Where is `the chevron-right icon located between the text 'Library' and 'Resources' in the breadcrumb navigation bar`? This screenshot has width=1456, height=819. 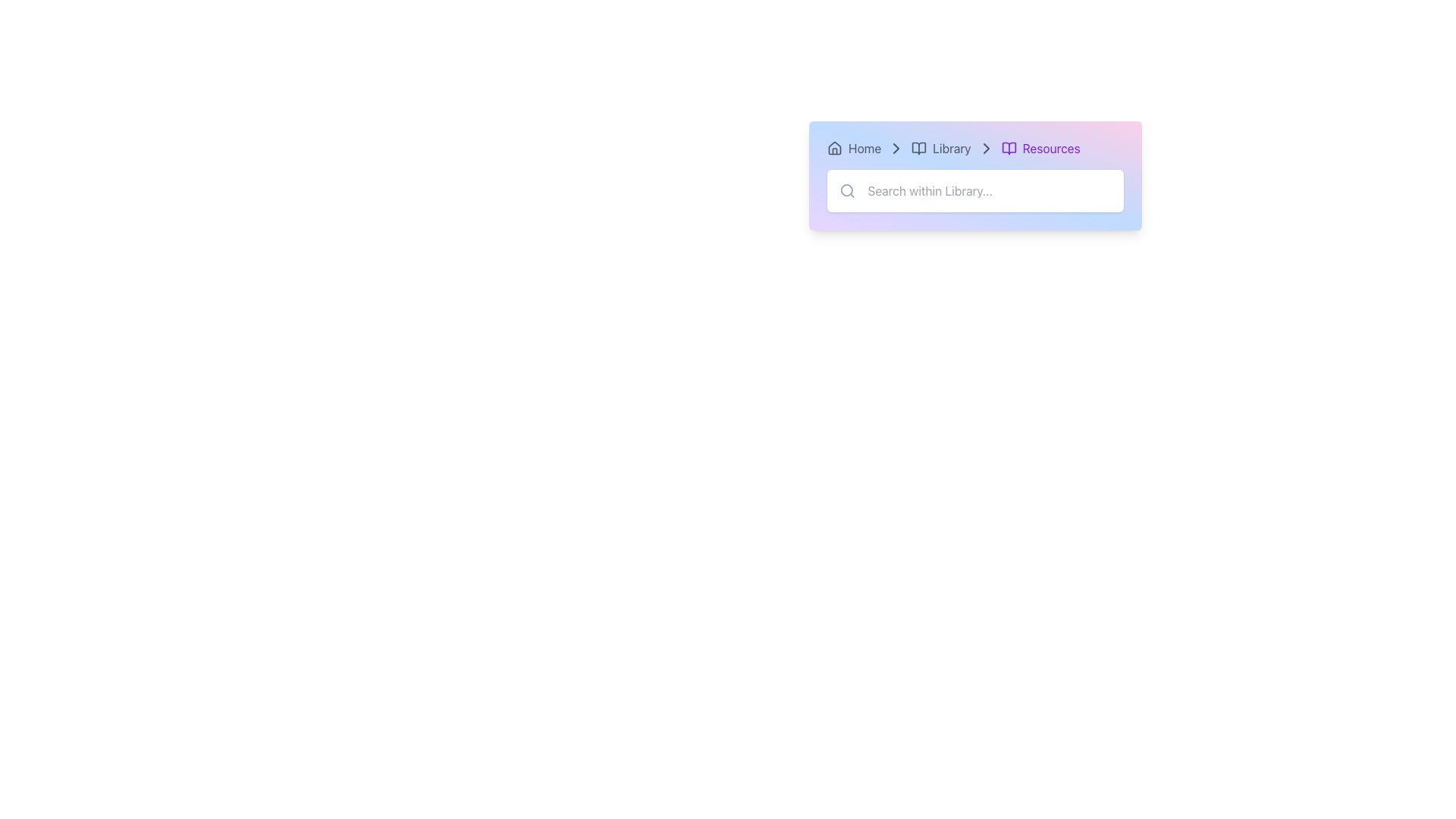 the chevron-right icon located between the text 'Library' and 'Resources' in the breadcrumb navigation bar is located at coordinates (986, 149).